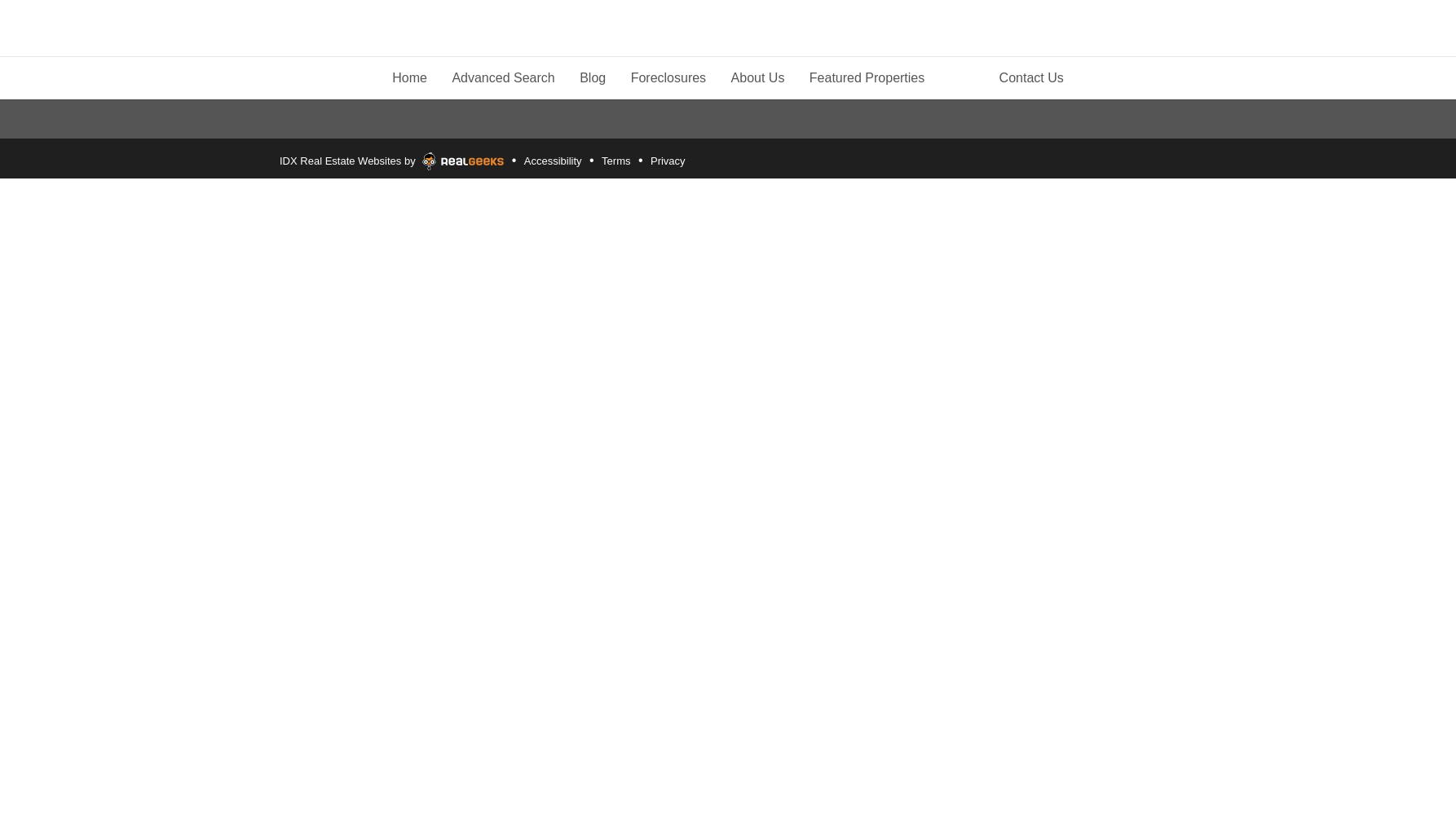 This screenshot has height=815, width=1456. I want to click on 'Blog', so click(580, 76).